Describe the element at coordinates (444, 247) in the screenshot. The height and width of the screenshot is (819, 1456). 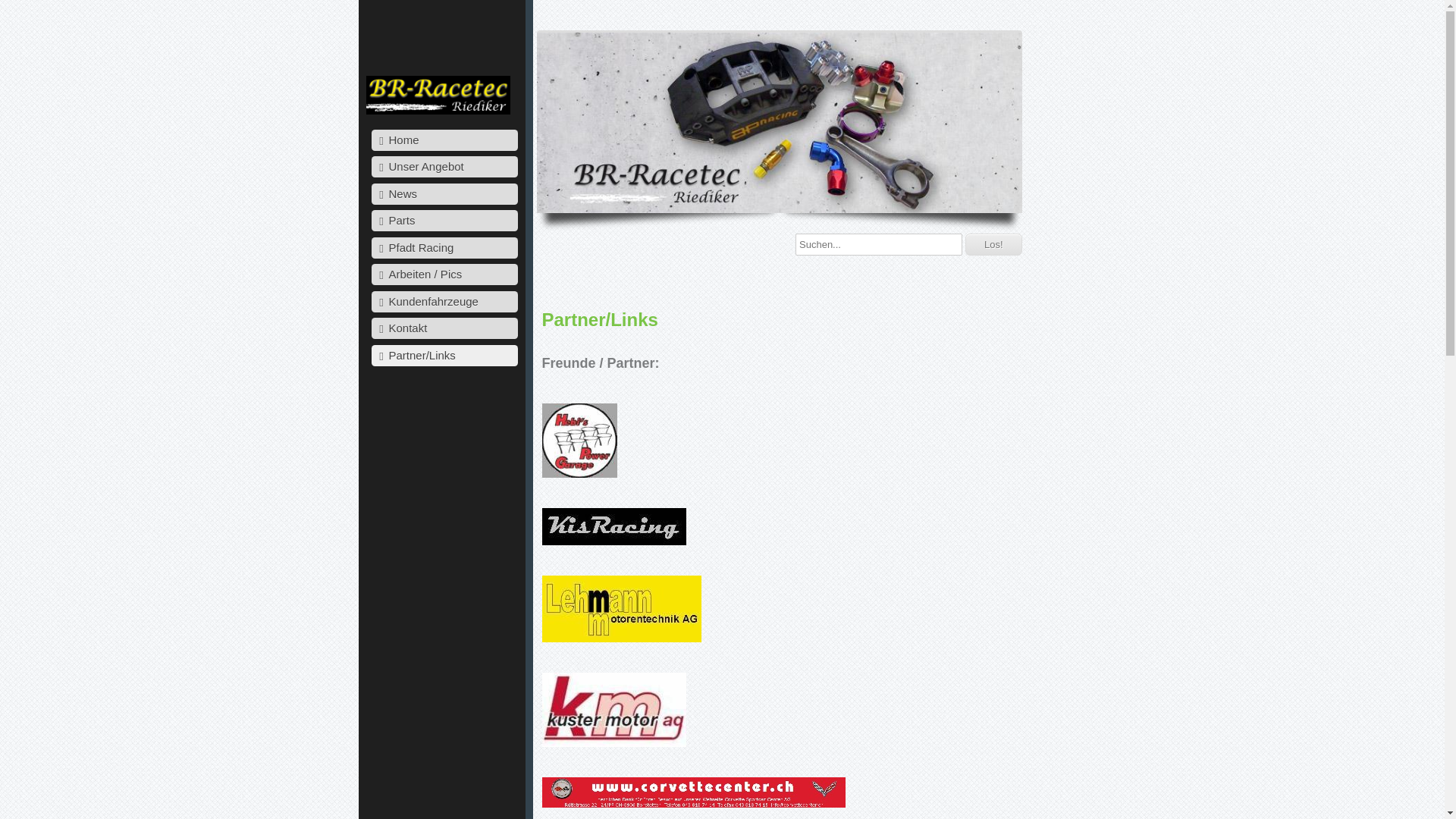
I see `'Pfadt Racing'` at that location.